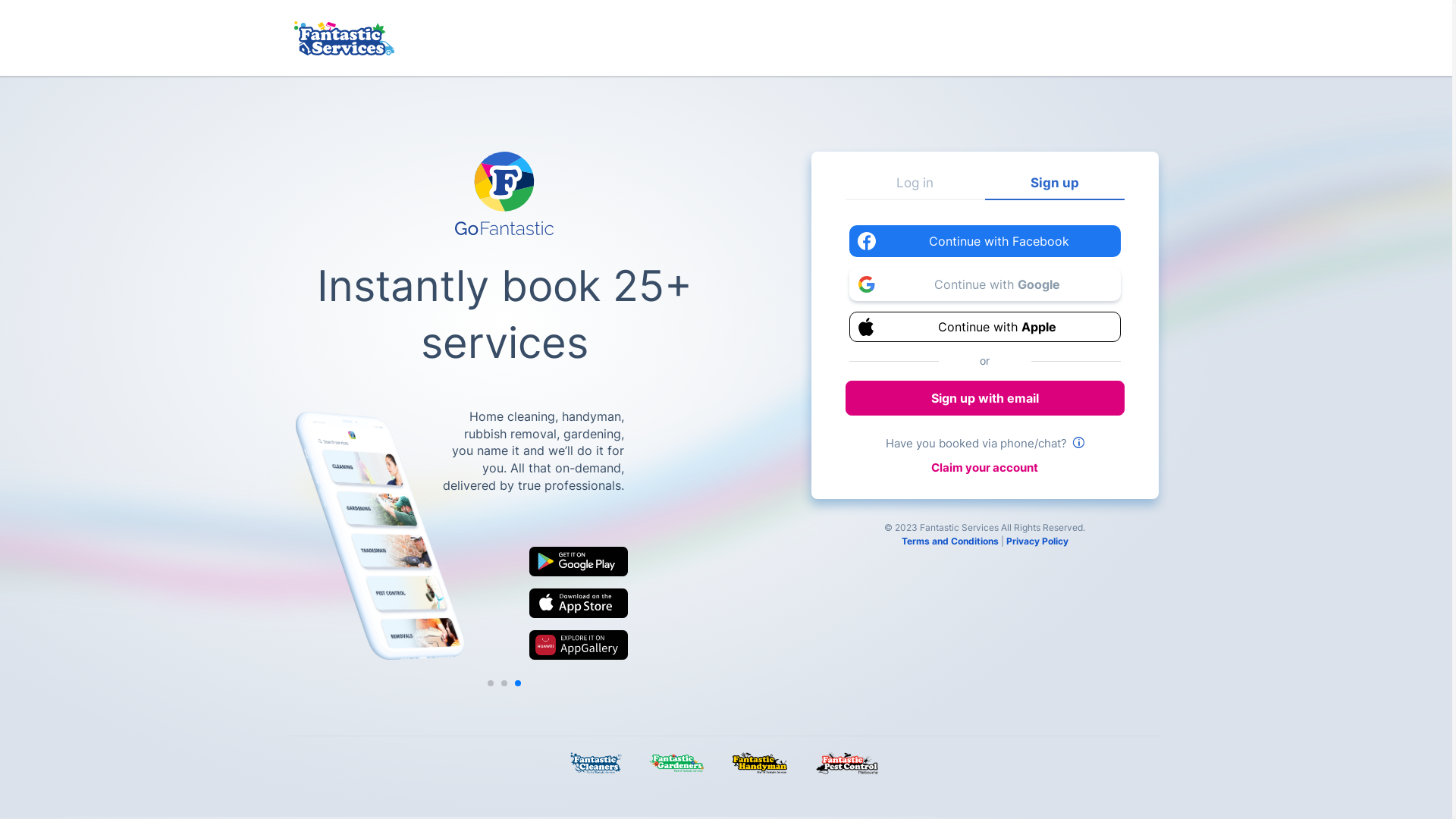  What do you see at coordinates (985, 240) in the screenshot?
I see `'Continue with Facebook'` at bounding box center [985, 240].